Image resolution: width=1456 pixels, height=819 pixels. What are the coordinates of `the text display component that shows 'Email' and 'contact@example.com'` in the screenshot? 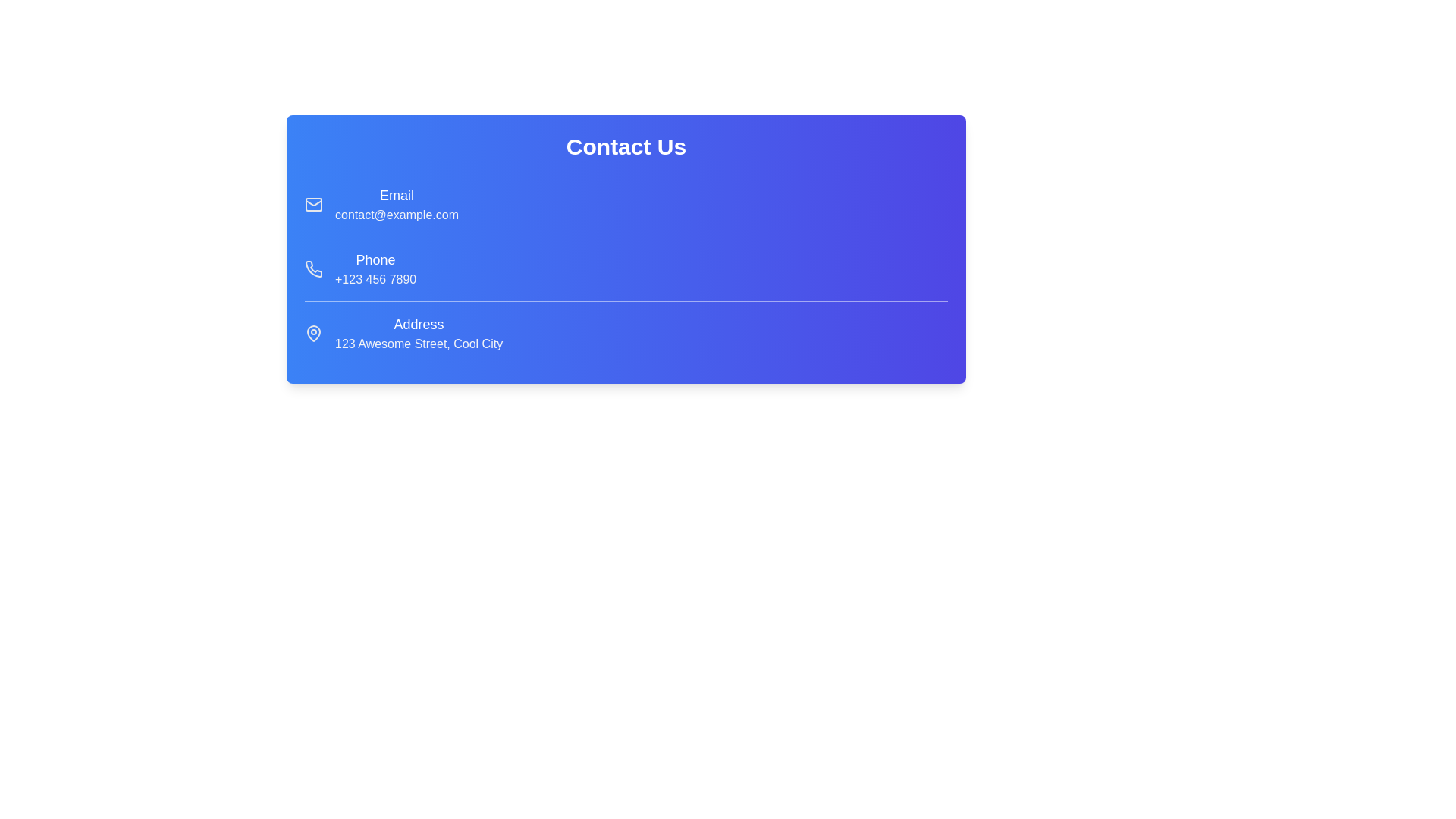 It's located at (397, 205).